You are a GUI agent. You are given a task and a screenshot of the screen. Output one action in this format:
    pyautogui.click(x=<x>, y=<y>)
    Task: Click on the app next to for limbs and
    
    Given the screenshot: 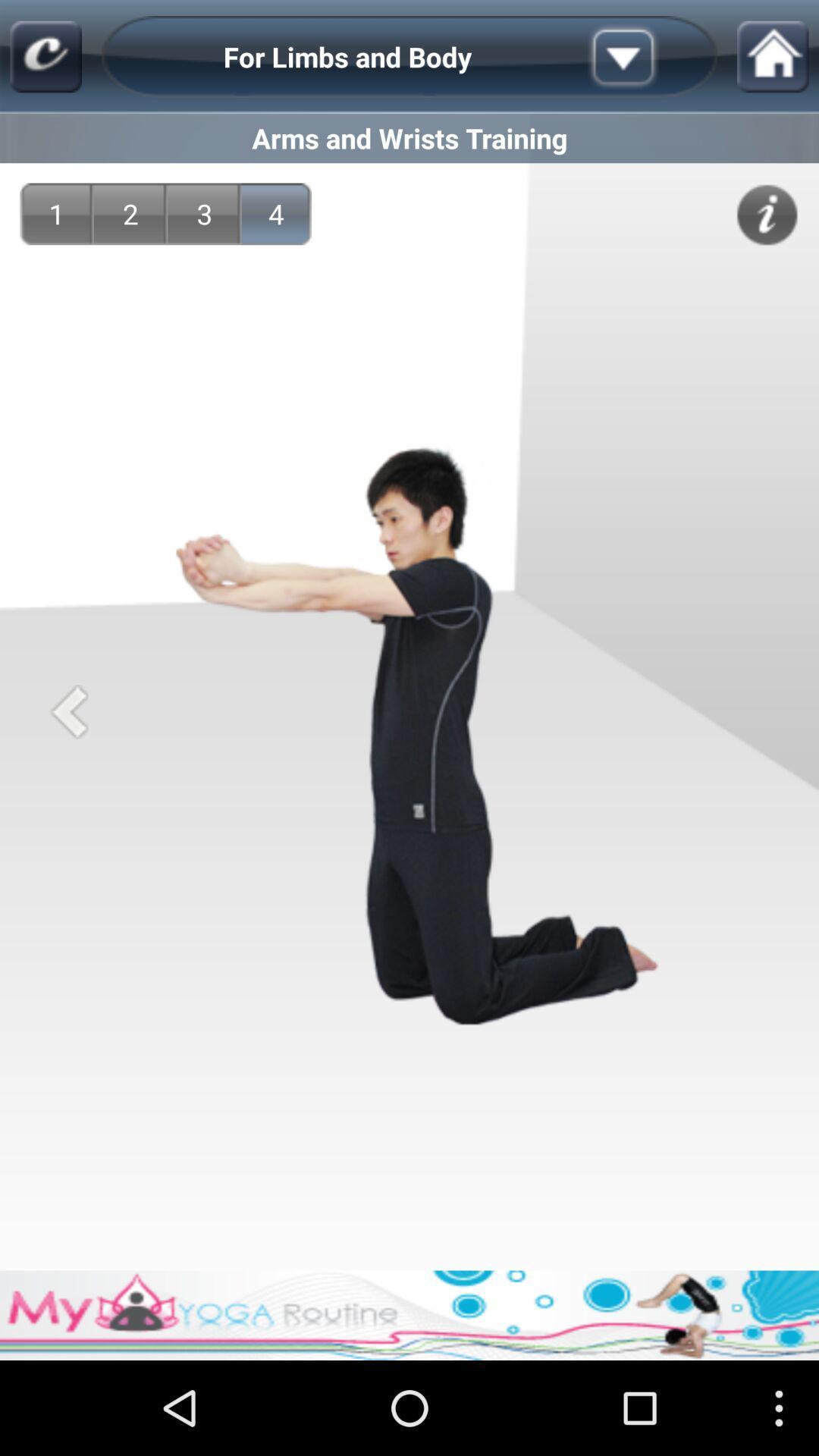 What is the action you would take?
    pyautogui.click(x=647, y=57)
    